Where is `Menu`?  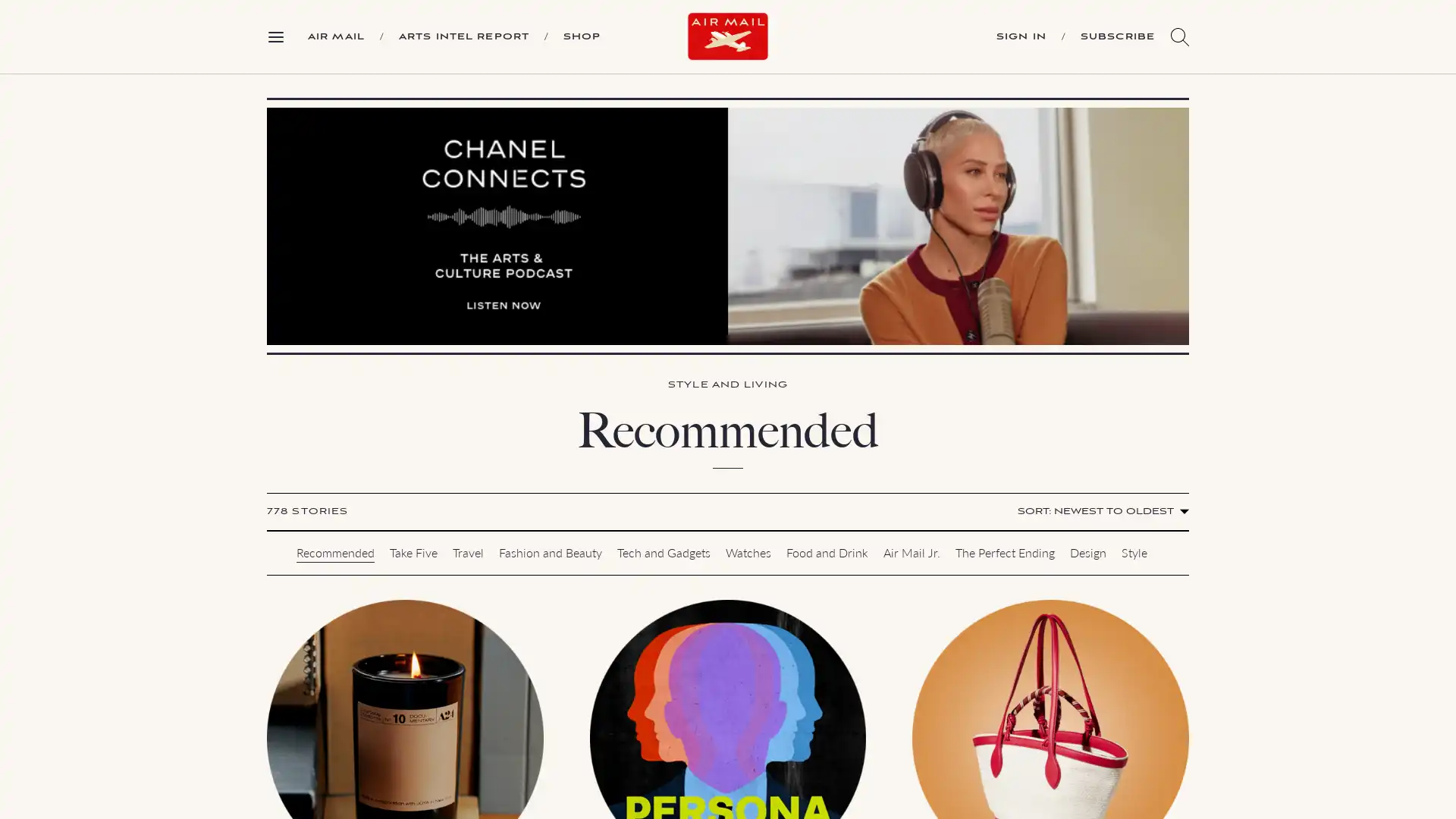 Menu is located at coordinates (281, 35).